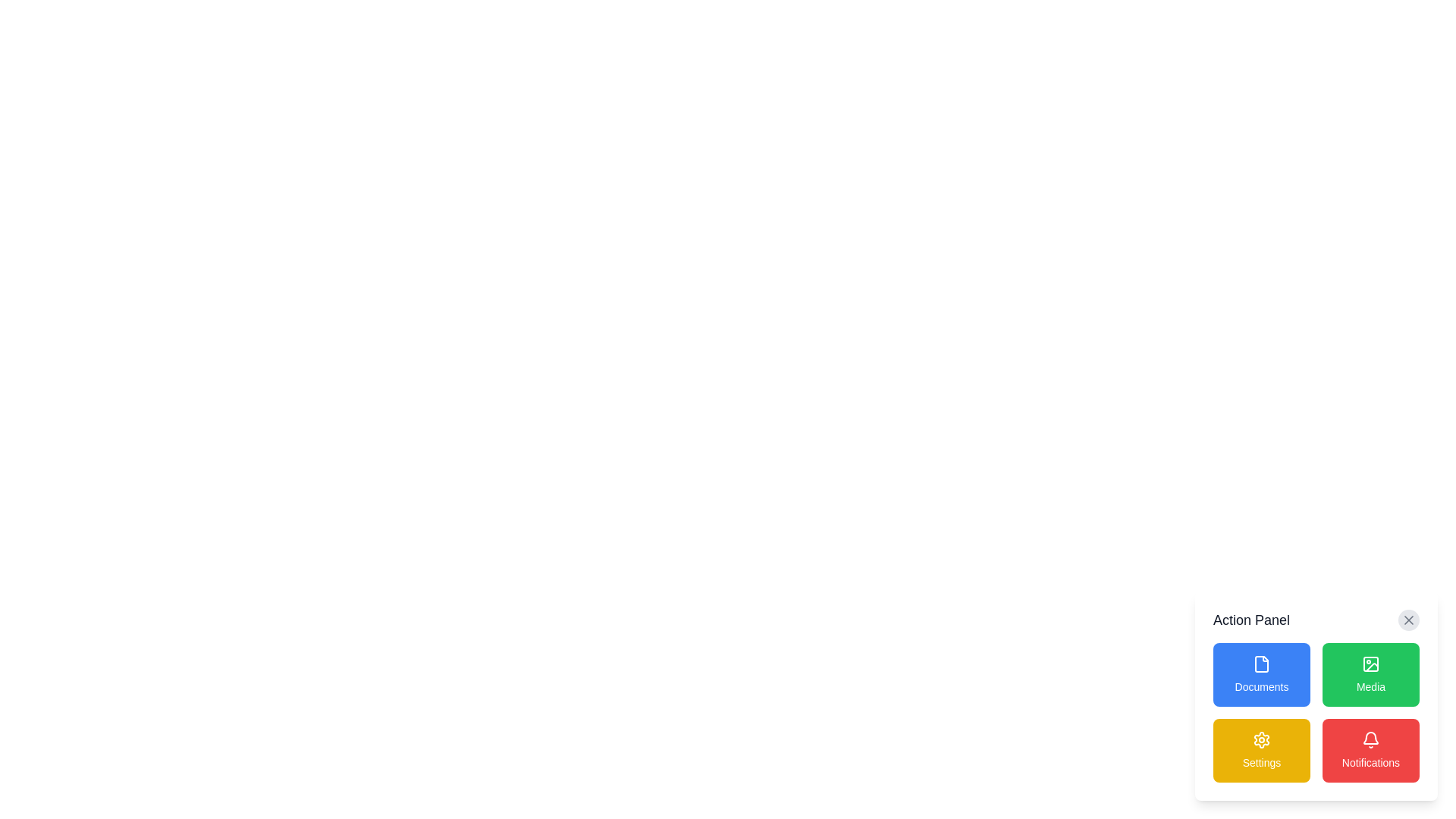  What do you see at coordinates (1262, 751) in the screenshot?
I see `the 'Settings' button, which is a yellow rectangular button with rounded corners and a gear icon at the top` at bounding box center [1262, 751].